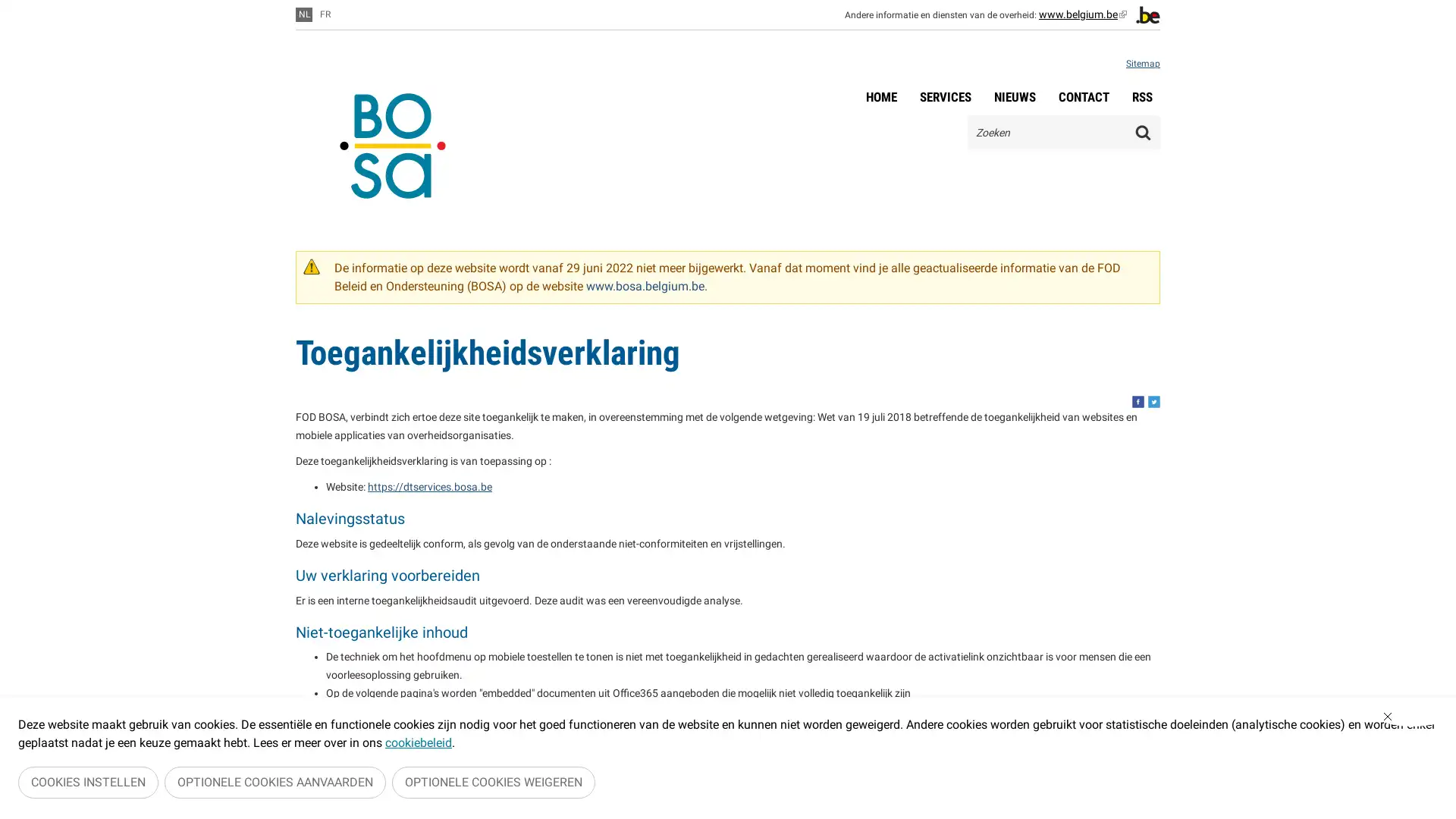 Image resolution: width=1456 pixels, height=819 pixels. What do you see at coordinates (494, 784) in the screenshot?
I see `OPTIONELE COOKIES WEIGEREN` at bounding box center [494, 784].